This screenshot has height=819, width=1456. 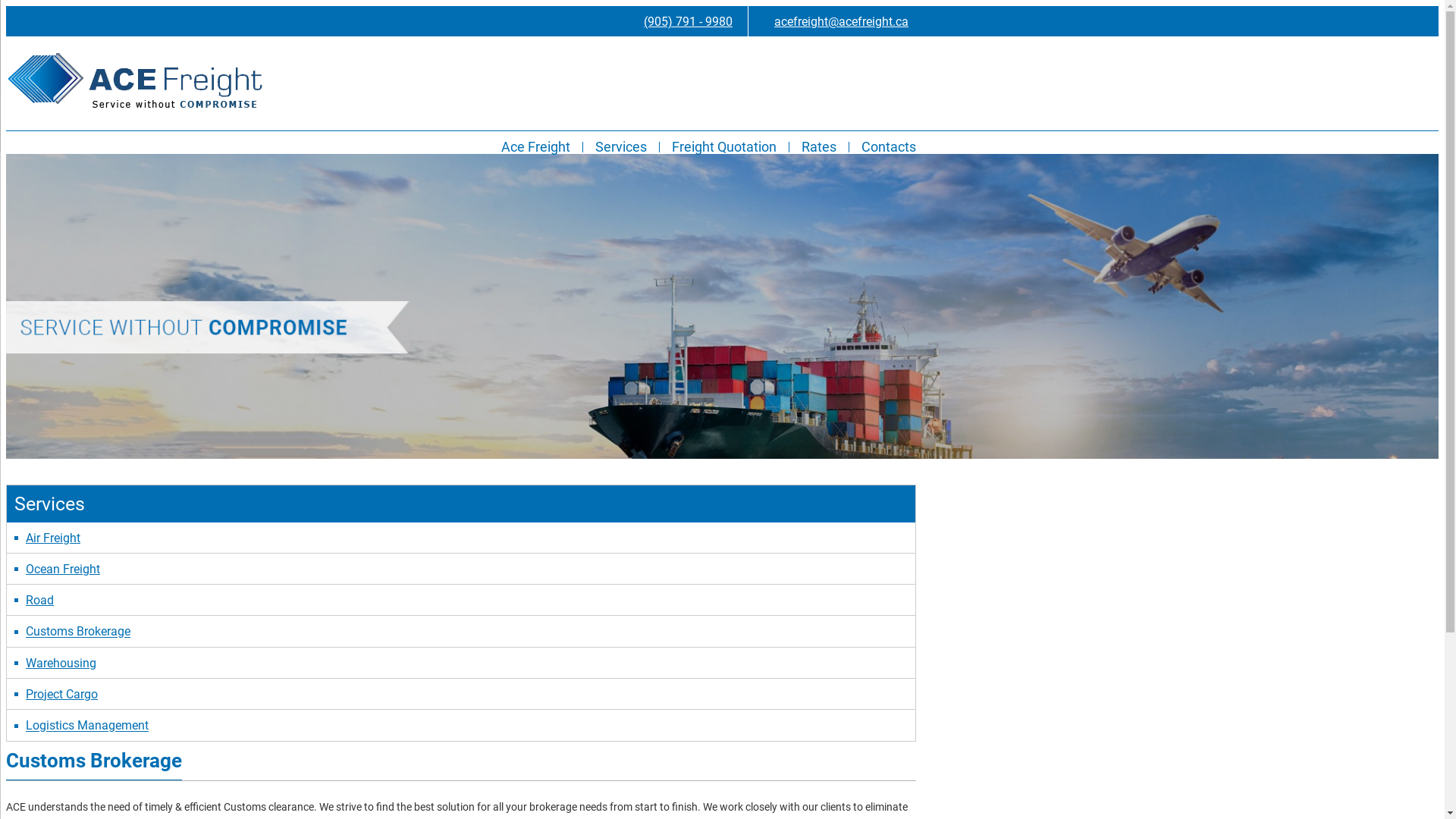 What do you see at coordinates (77, 632) in the screenshot?
I see `'Customs Brokerage'` at bounding box center [77, 632].